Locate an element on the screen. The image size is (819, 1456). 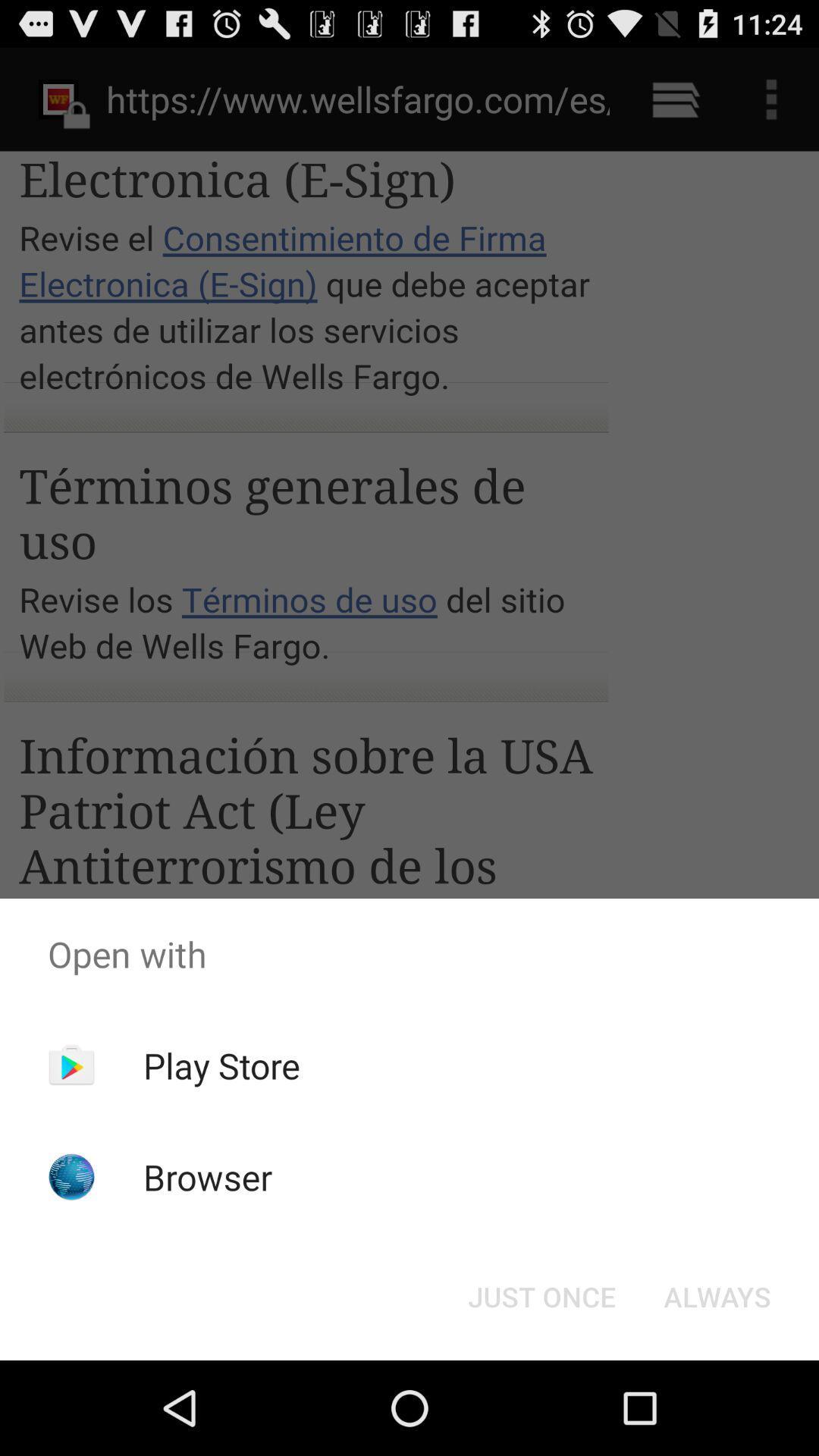
play store app is located at coordinates (221, 1065).